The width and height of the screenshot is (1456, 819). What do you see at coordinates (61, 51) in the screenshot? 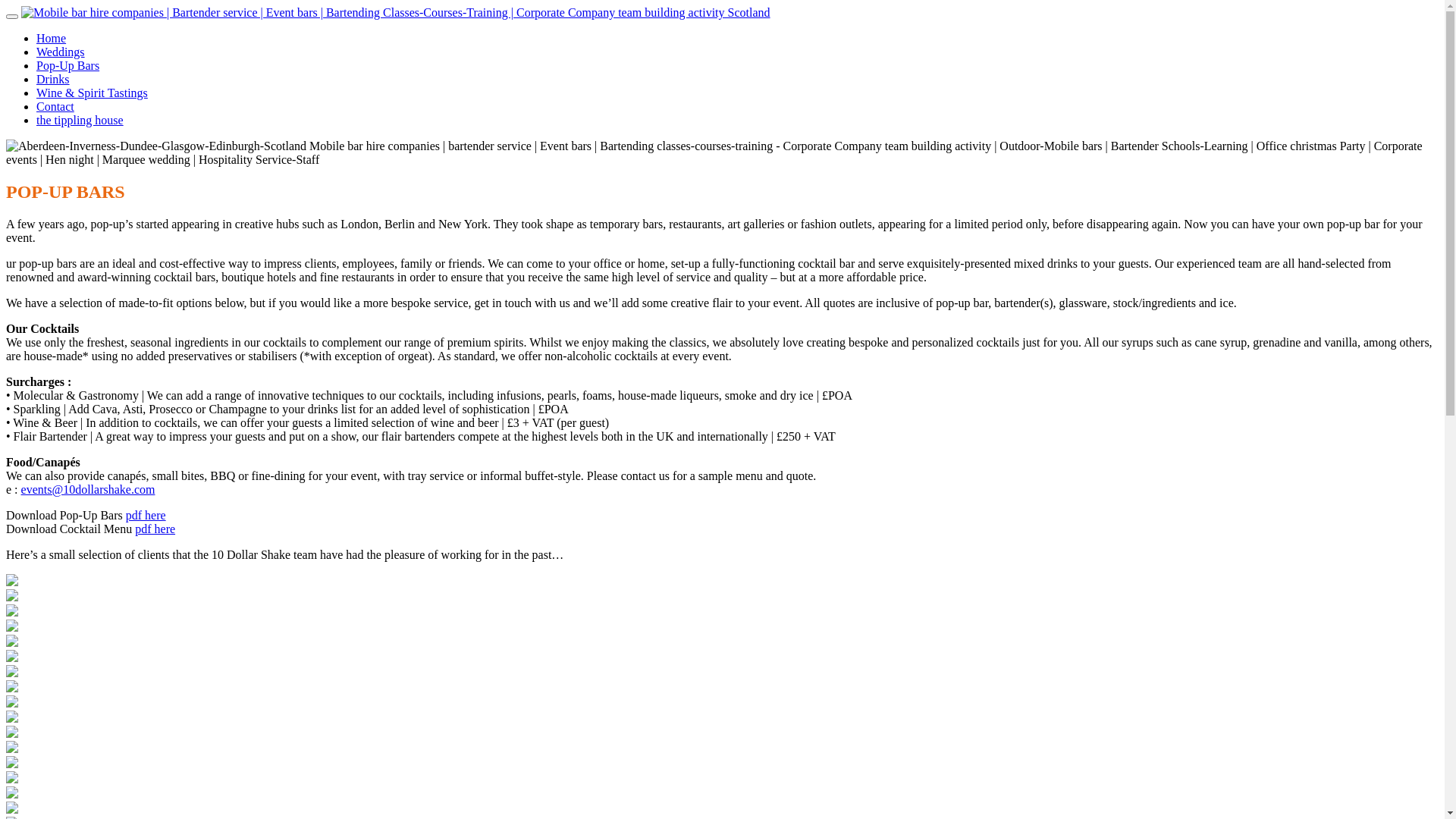
I see `'Weddings'` at bounding box center [61, 51].